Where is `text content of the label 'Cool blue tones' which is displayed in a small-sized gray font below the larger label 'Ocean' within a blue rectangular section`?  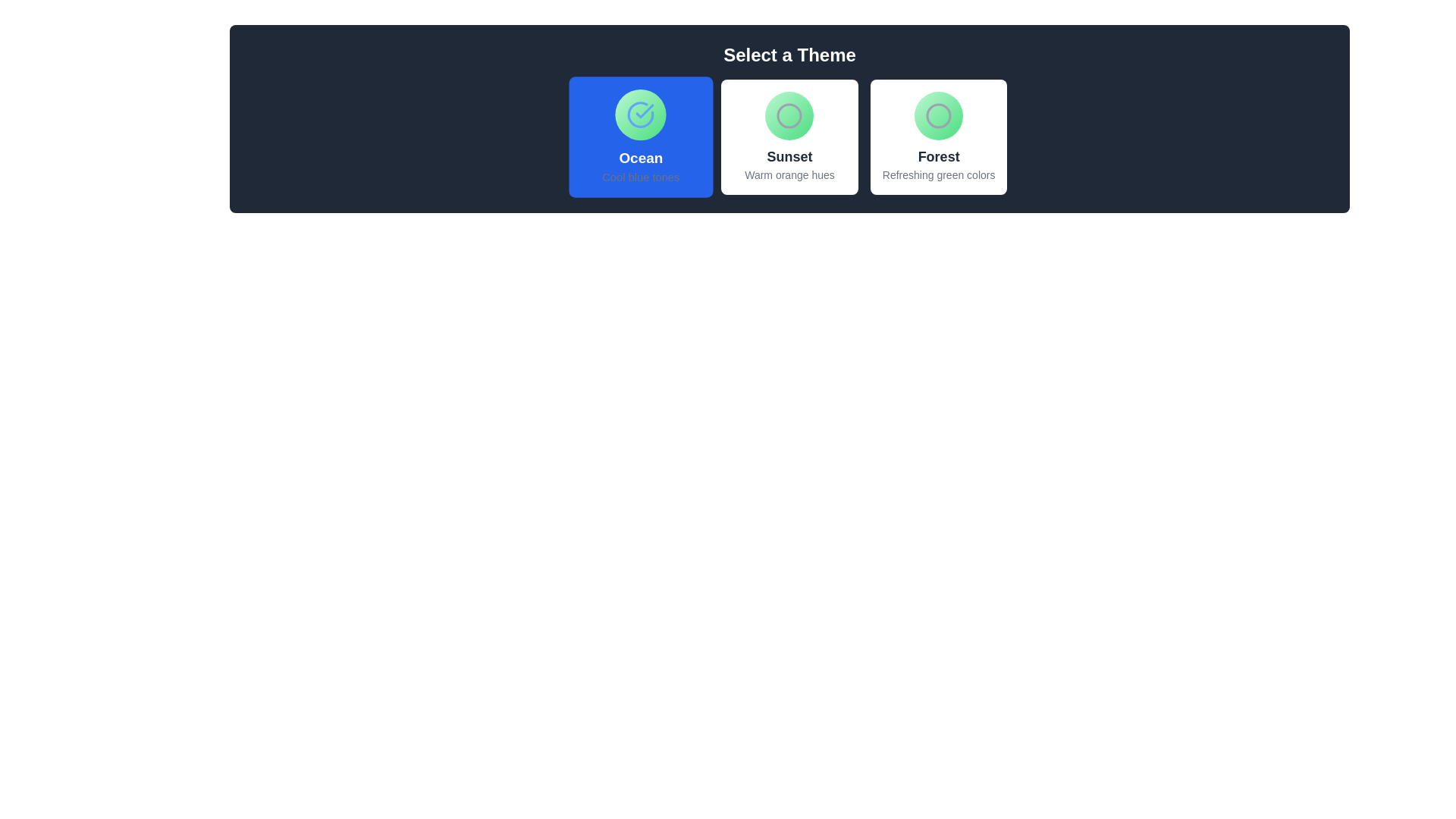 text content of the label 'Cool blue tones' which is displayed in a small-sized gray font below the larger label 'Ocean' within a blue rectangular section is located at coordinates (640, 176).